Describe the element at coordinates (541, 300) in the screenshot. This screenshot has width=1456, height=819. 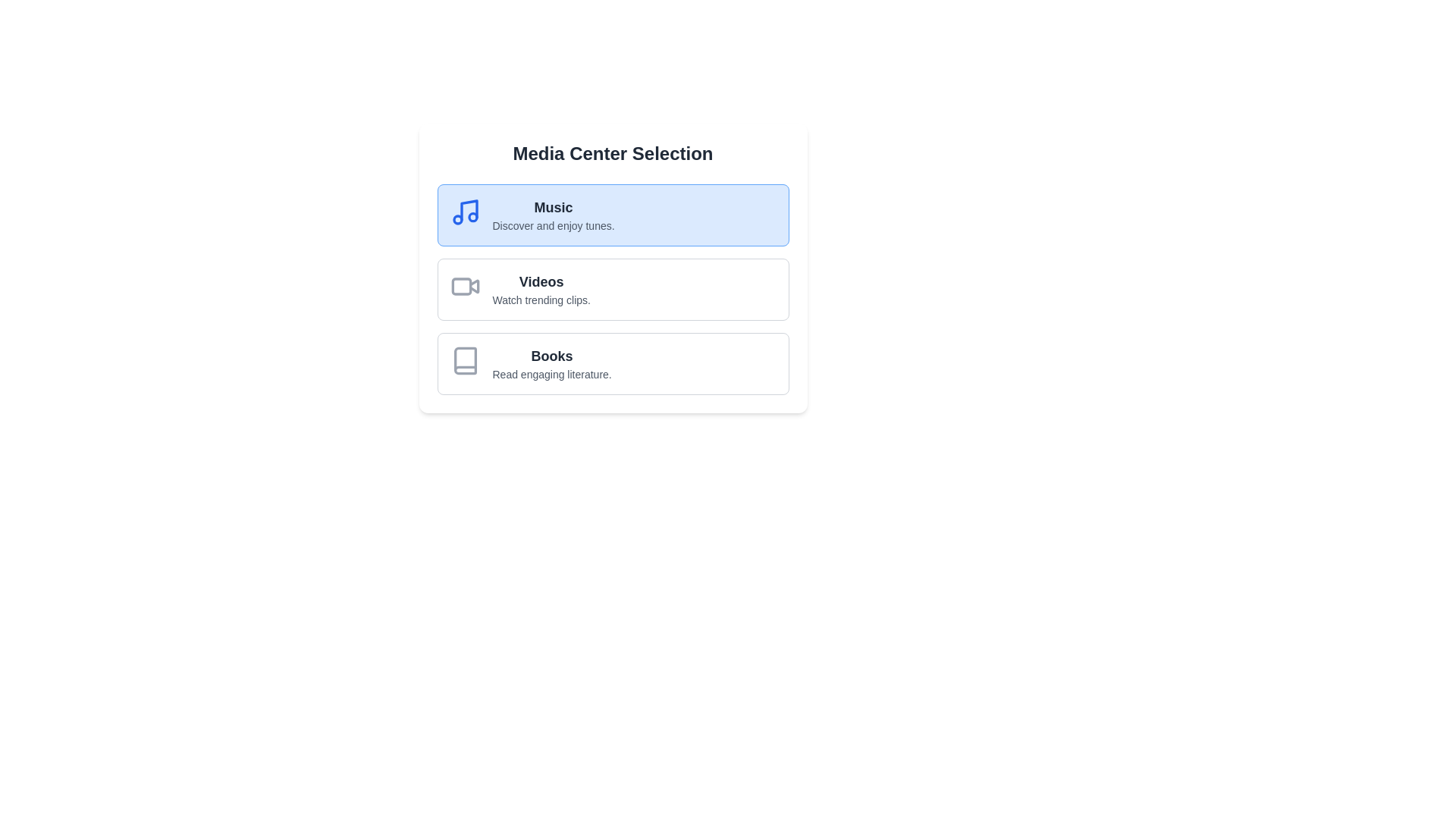
I see `the text label summarizing key content related to the 'Videos' section, located under the 'Videos' heading in the second section of the component list` at that location.